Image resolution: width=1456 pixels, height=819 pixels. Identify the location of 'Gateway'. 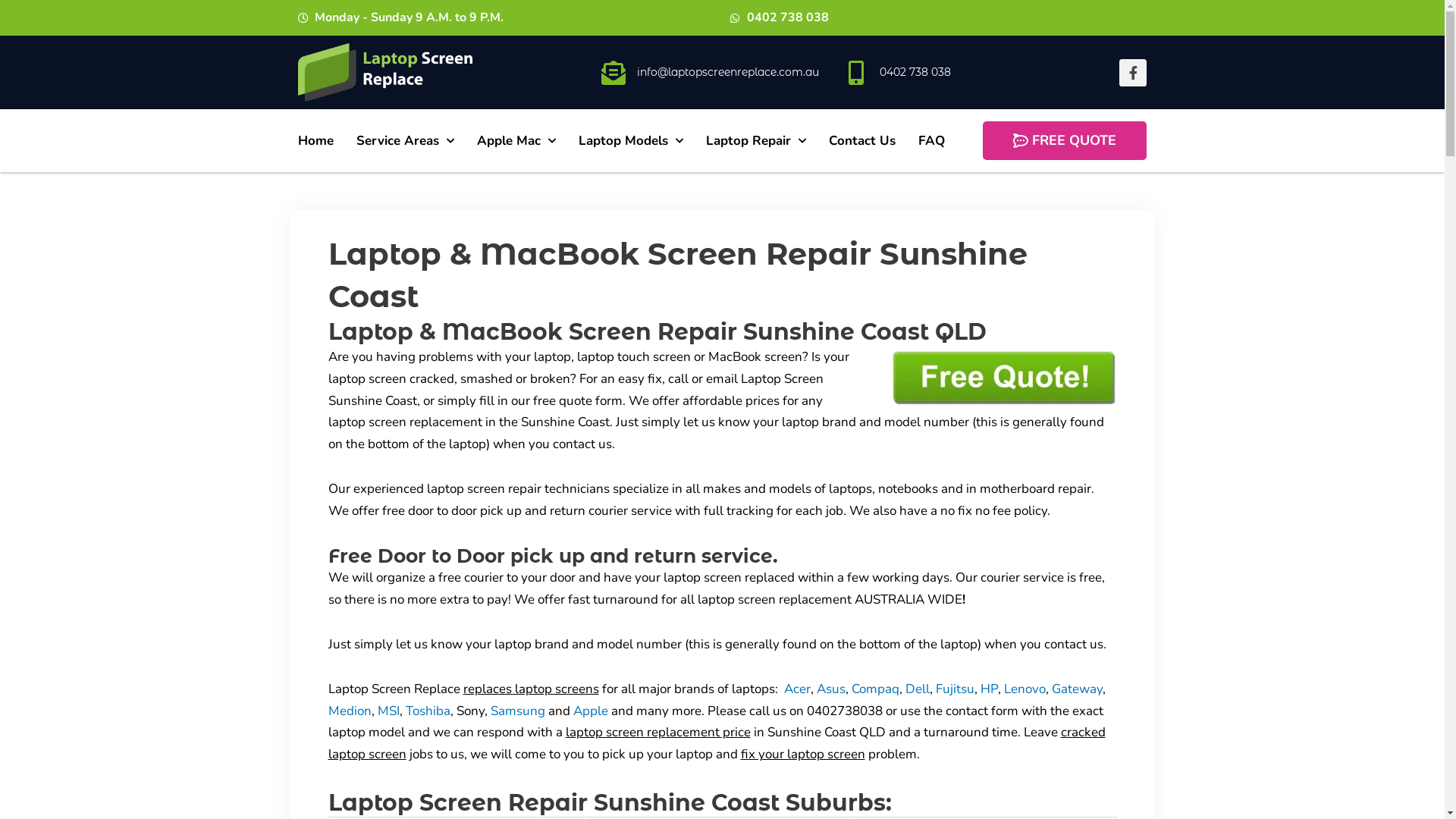
(1075, 689).